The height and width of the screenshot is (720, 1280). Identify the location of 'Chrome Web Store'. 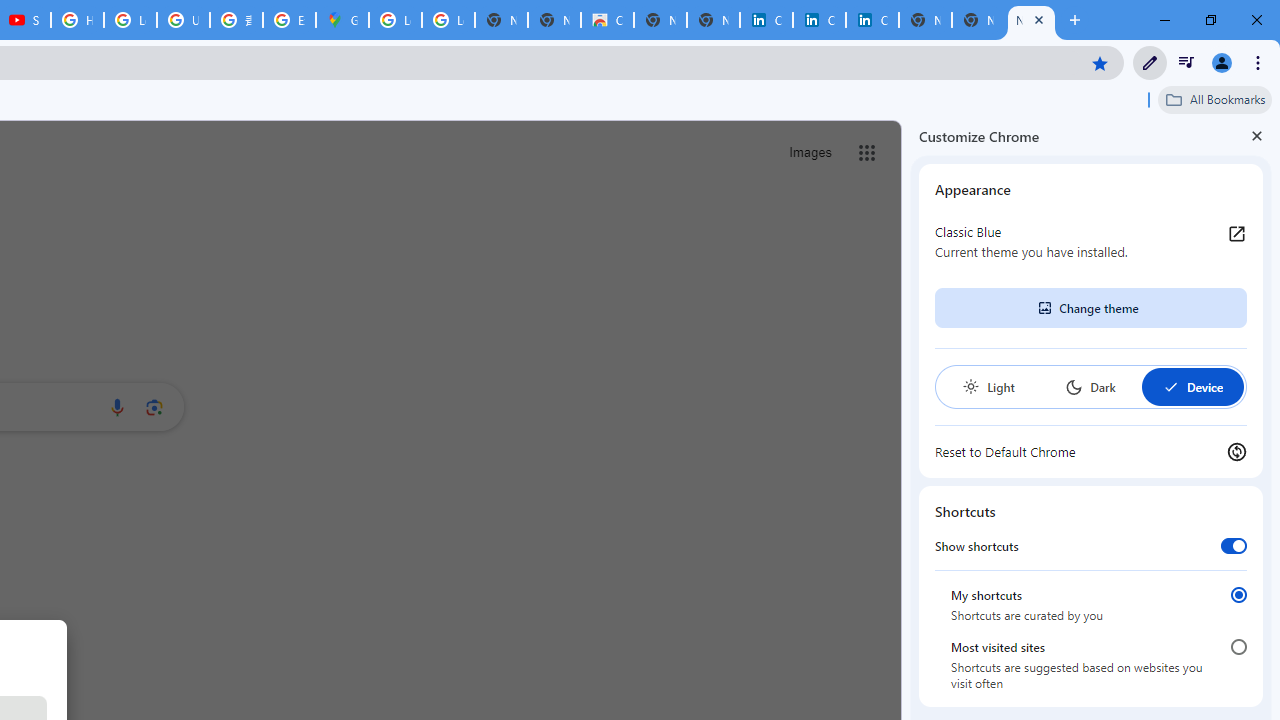
(606, 20).